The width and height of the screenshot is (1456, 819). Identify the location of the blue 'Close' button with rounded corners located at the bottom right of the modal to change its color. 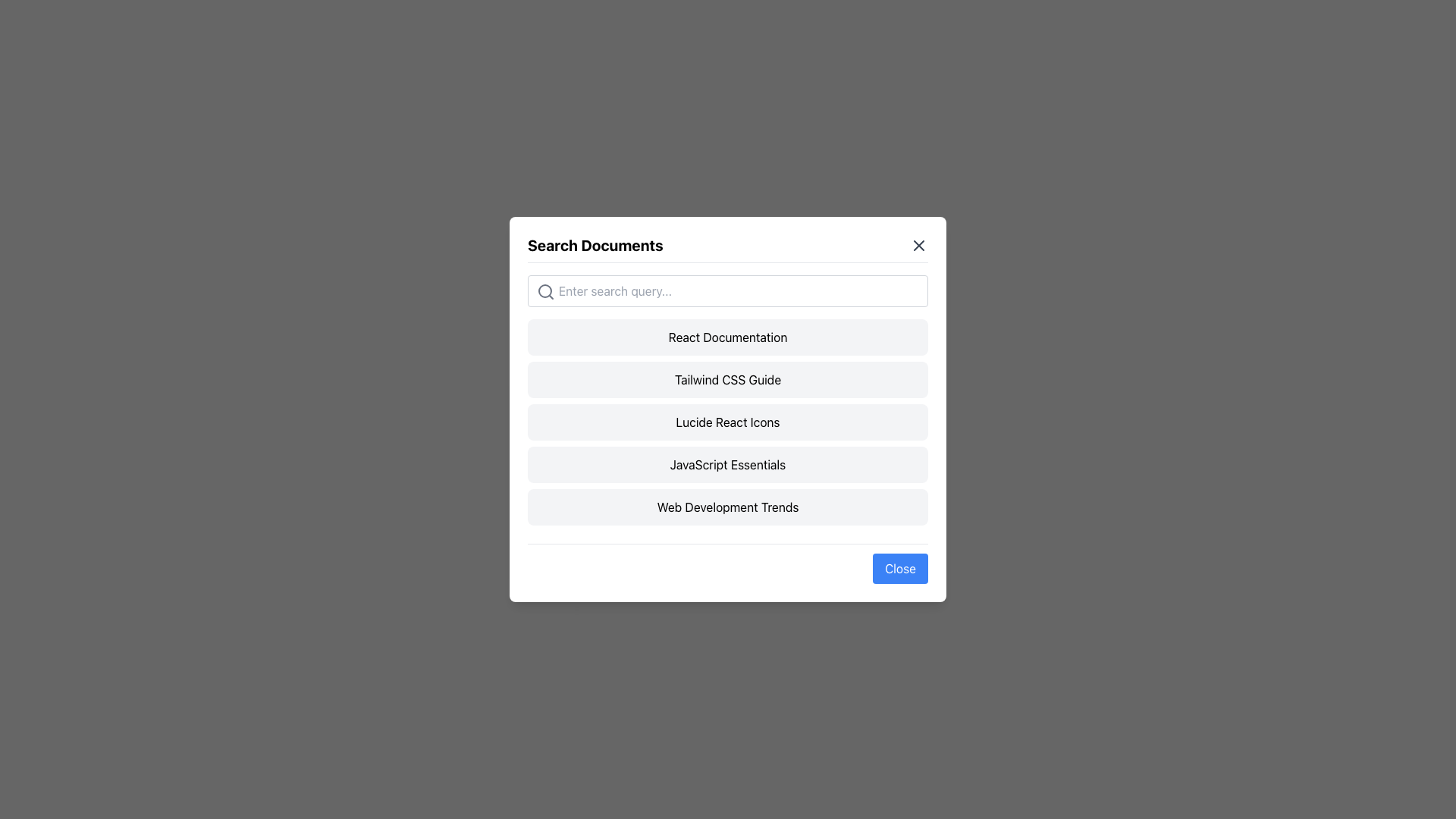
(900, 568).